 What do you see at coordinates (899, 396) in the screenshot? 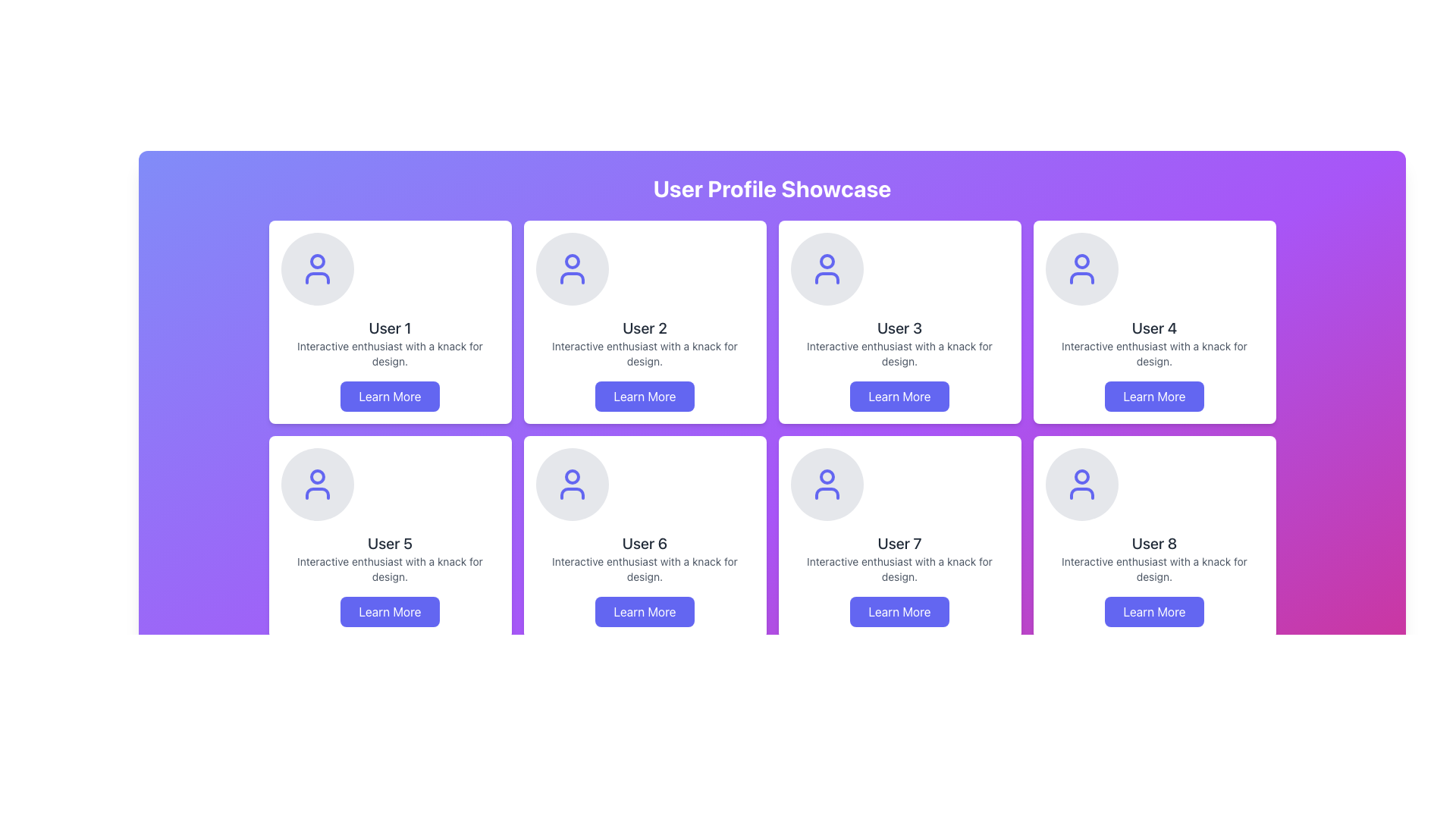
I see `the 'Learn More' button with rounded corners, indigo background, and white text located at the bottom center of the card titled 'User 3'` at bounding box center [899, 396].